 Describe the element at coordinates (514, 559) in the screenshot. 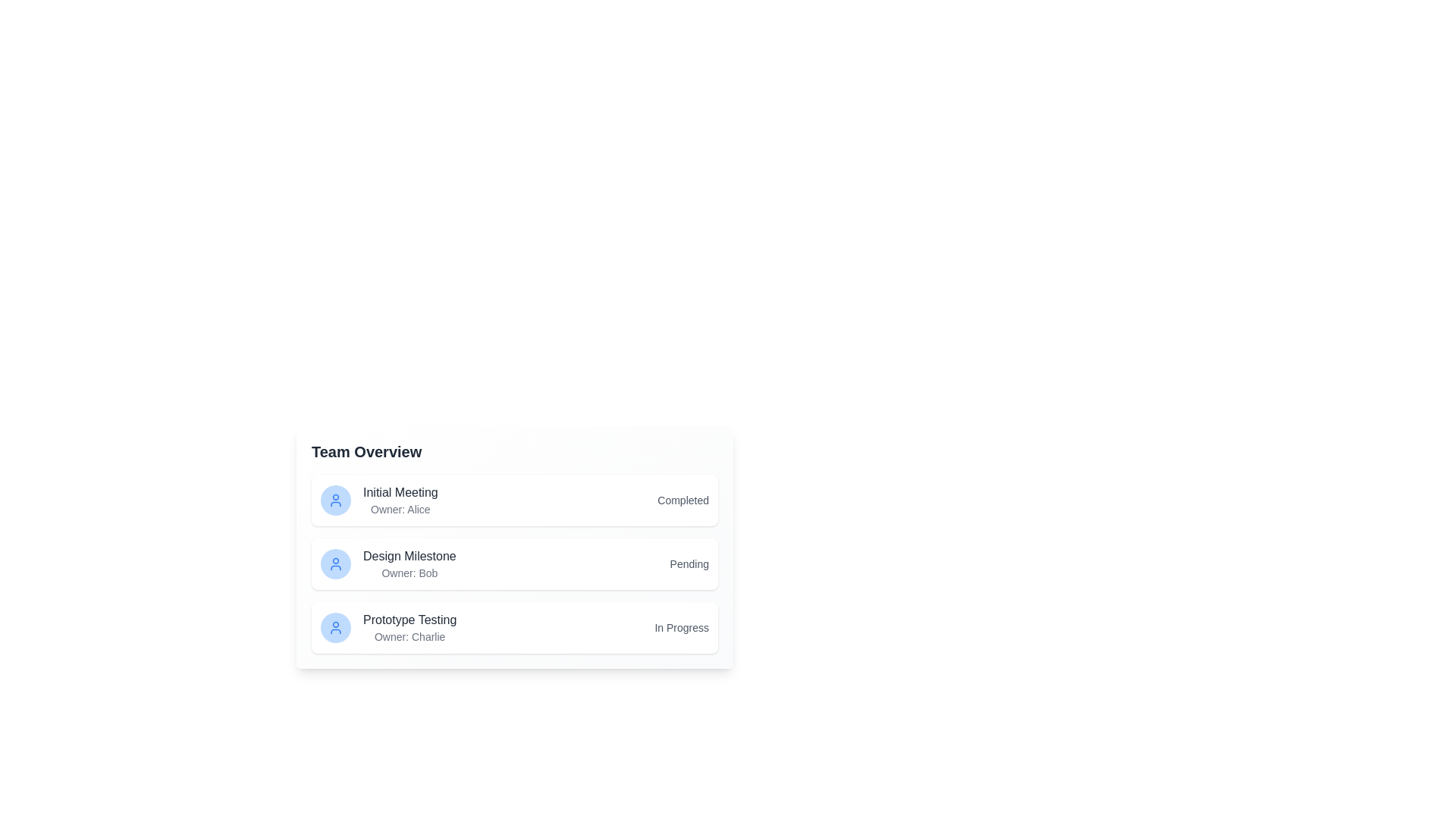

I see `the list item representing the 'Design Milestone' task, assigned to 'Owner: Bob', with a status of 'Pending'` at that location.